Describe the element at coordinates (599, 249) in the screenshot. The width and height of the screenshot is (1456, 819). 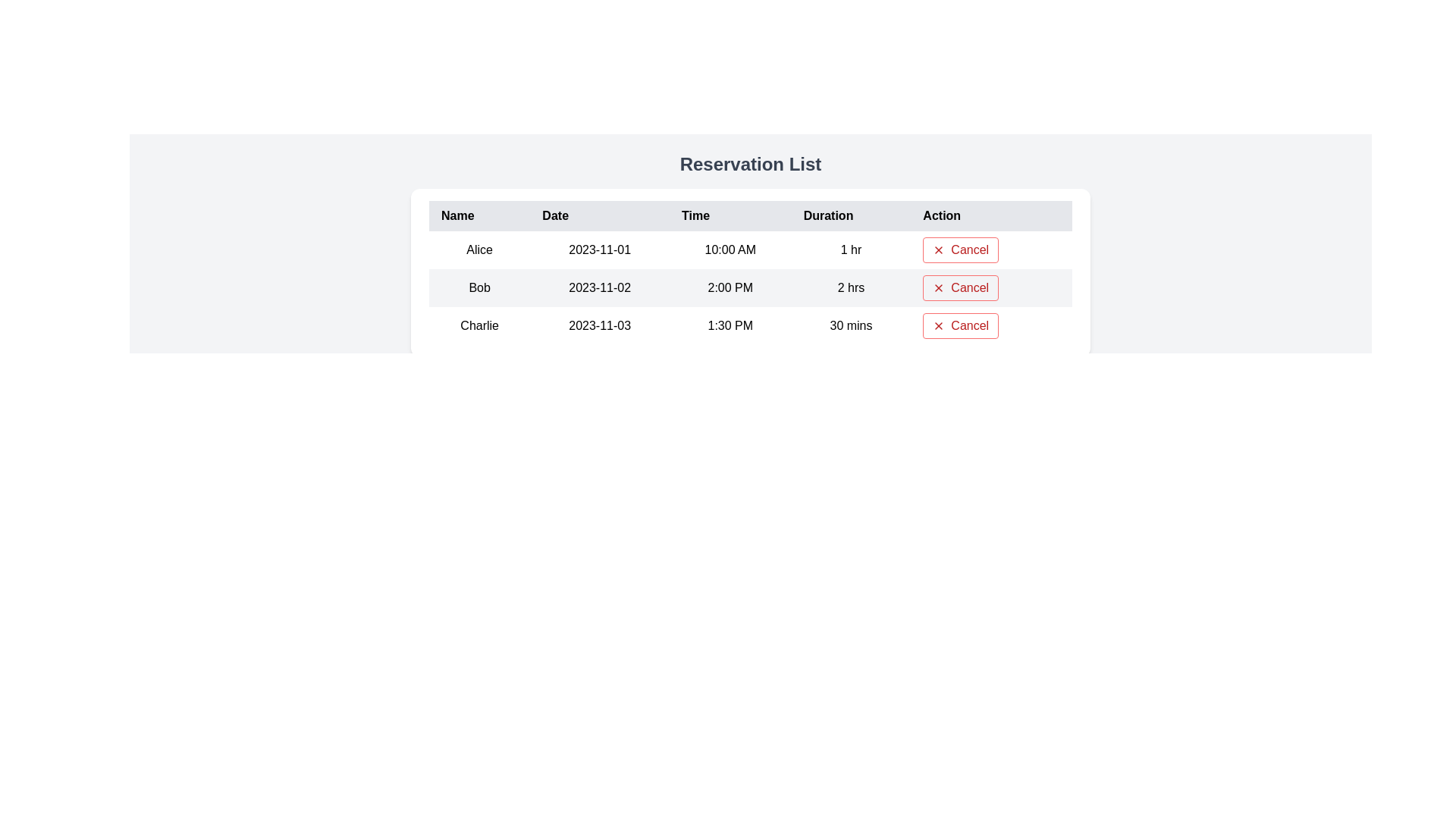
I see `the Text Display element that shows the reservation date for 'Alice' in the 'Date' column of the table` at that location.